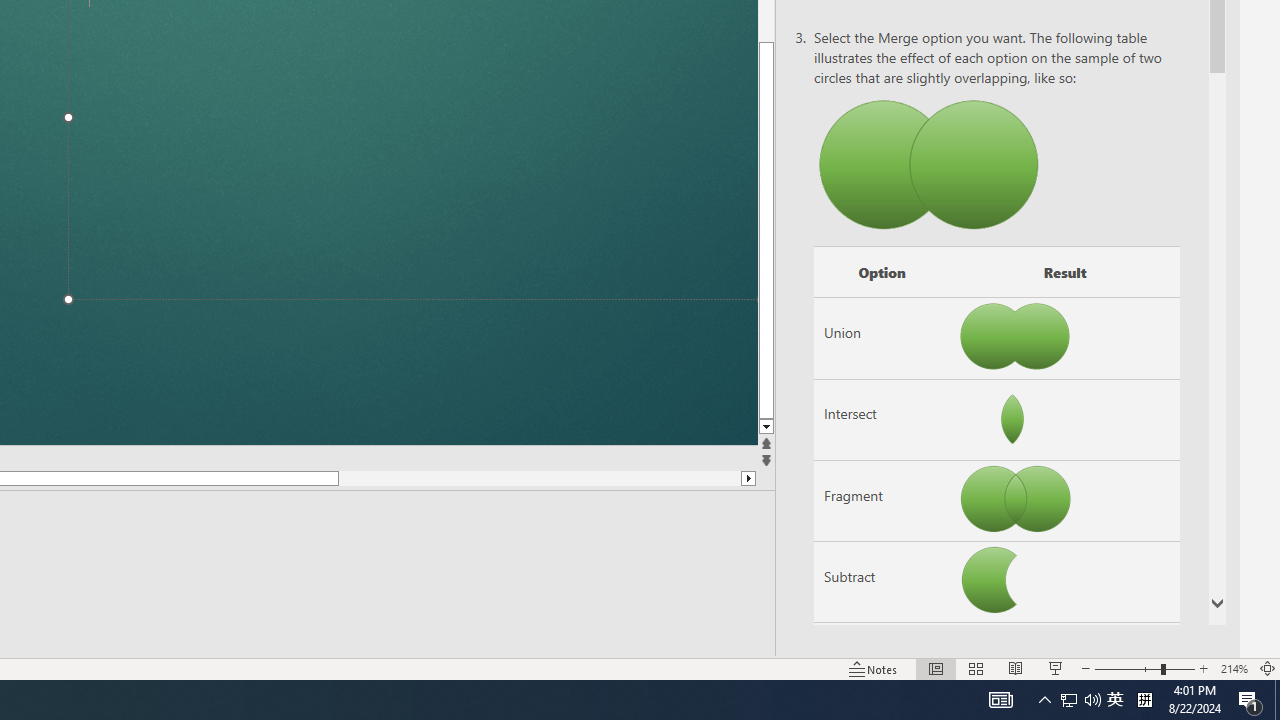 The image size is (1280, 720). I want to click on 'Normal', so click(935, 669).